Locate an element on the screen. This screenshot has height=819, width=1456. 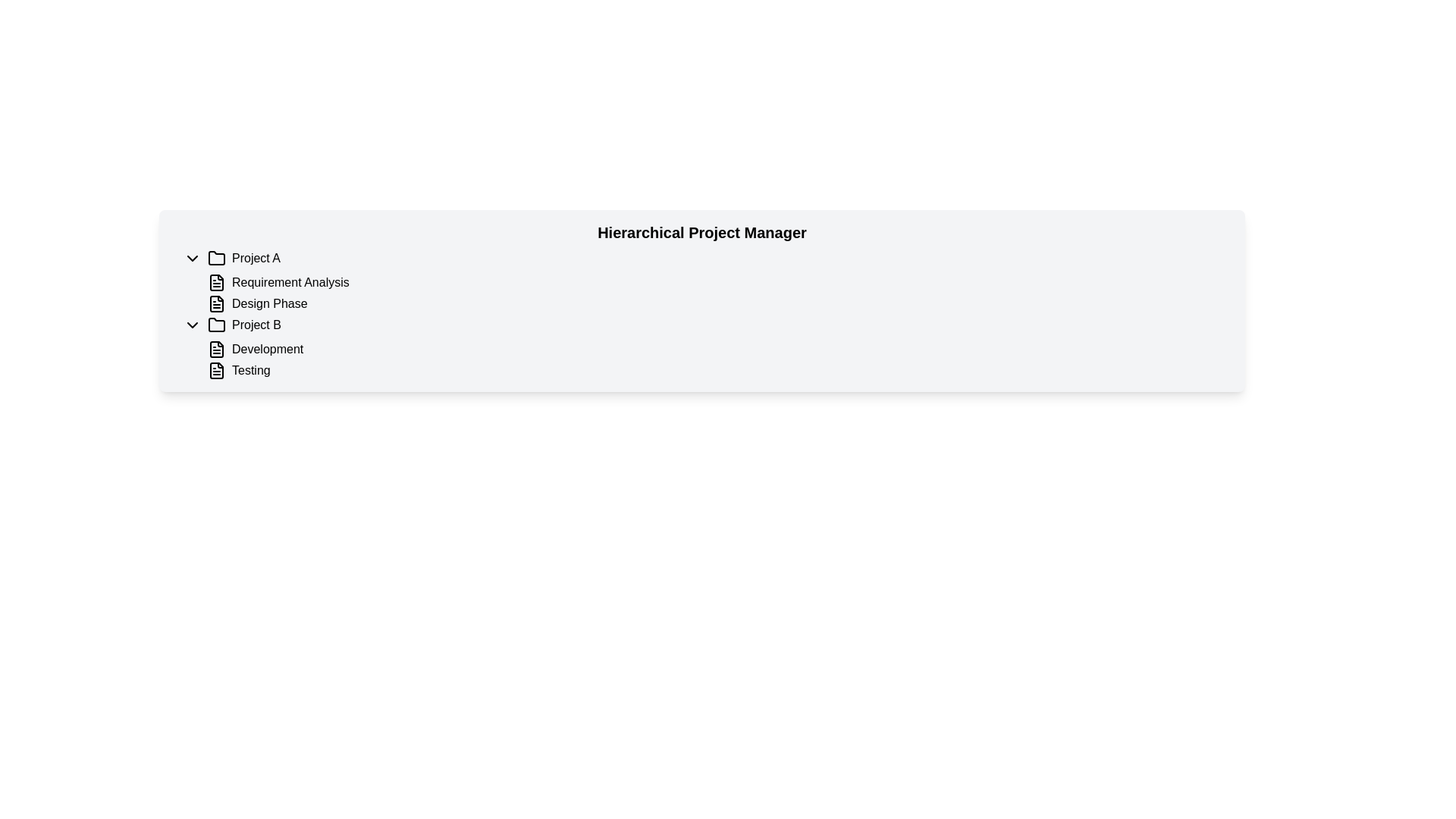
the text label representing 'Project A', which is located in the upper region of a hierarchical list interface, positioned after a folder icon is located at coordinates (256, 257).